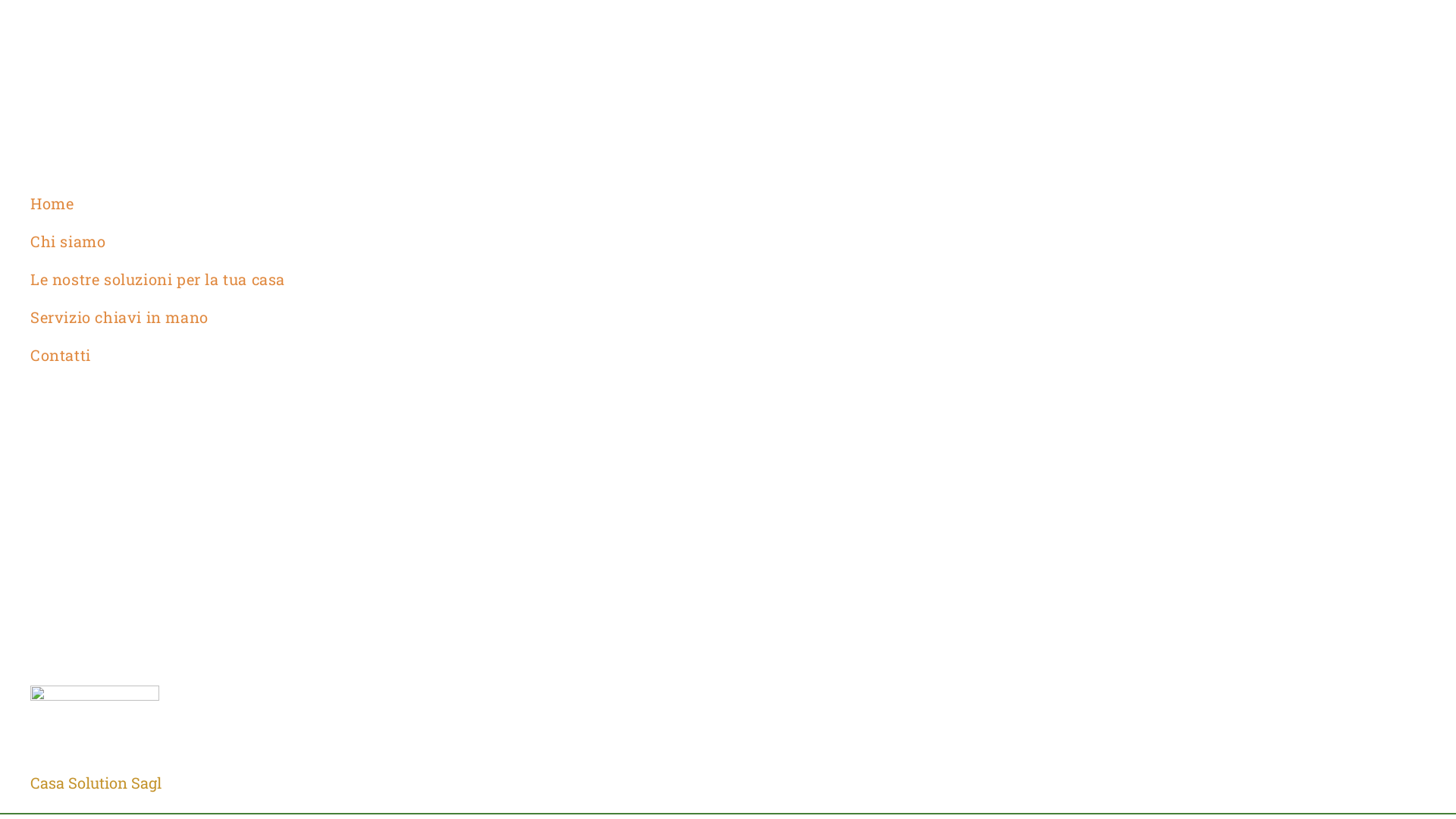 This screenshot has height=819, width=1456. What do you see at coordinates (30, 783) in the screenshot?
I see `'Casa Solution'` at bounding box center [30, 783].